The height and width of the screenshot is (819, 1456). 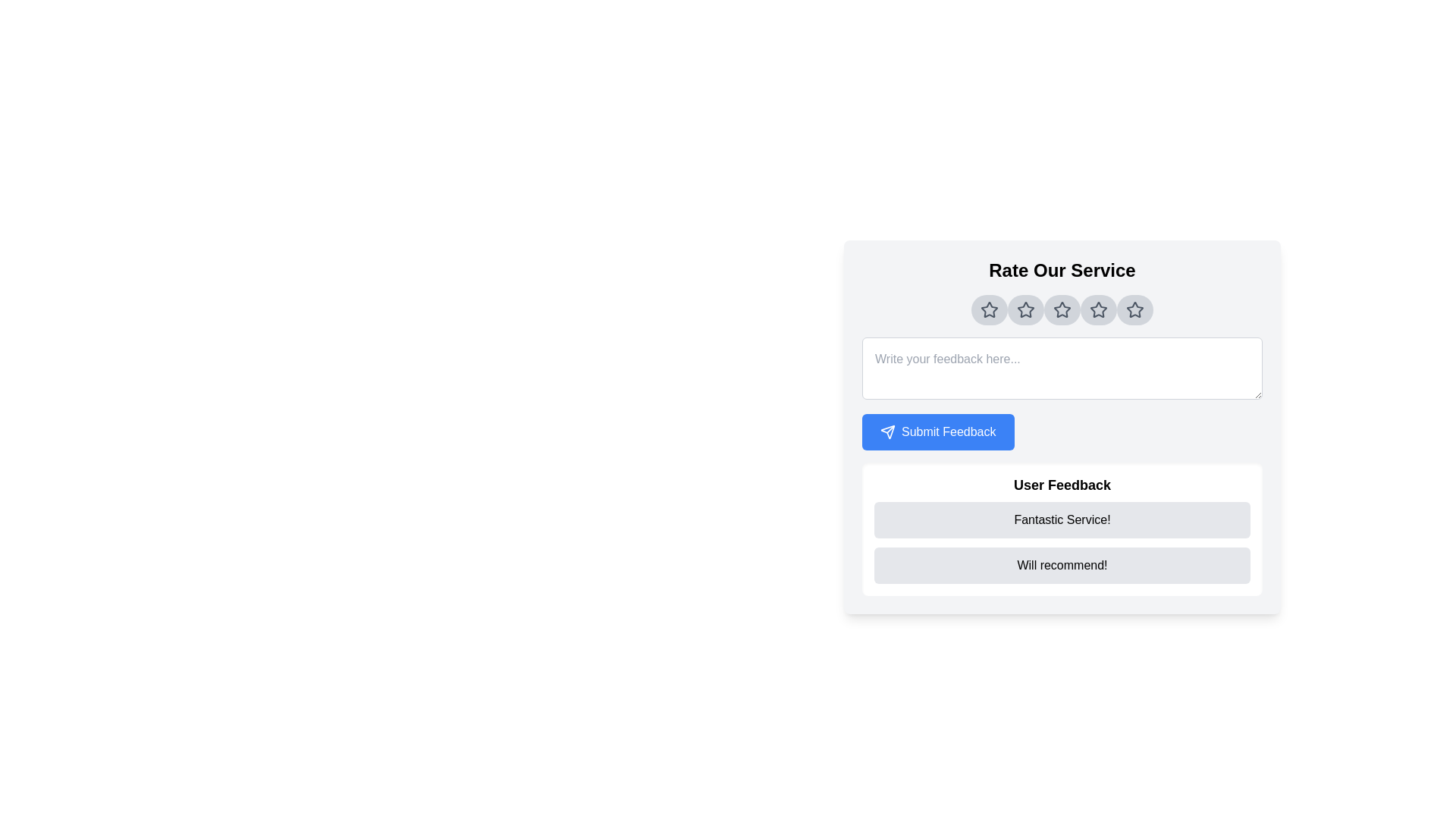 What do you see at coordinates (1099, 309) in the screenshot?
I see `the 4th star icon in the horizontal sequence of five stars under the header 'Rate Our Service' to rate it` at bounding box center [1099, 309].